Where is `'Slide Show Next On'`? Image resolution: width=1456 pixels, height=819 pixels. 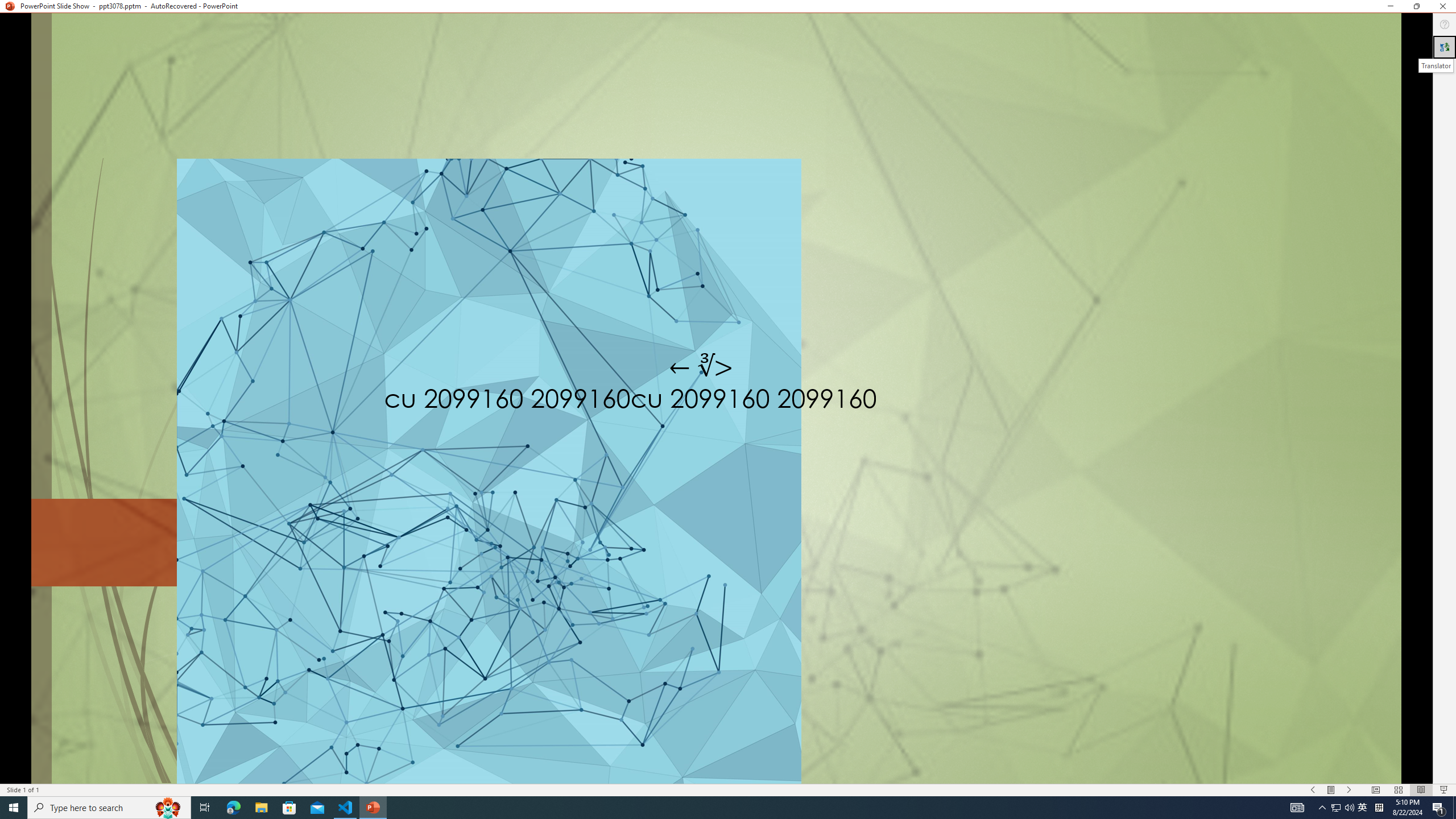 'Slide Show Next On' is located at coordinates (1349, 790).